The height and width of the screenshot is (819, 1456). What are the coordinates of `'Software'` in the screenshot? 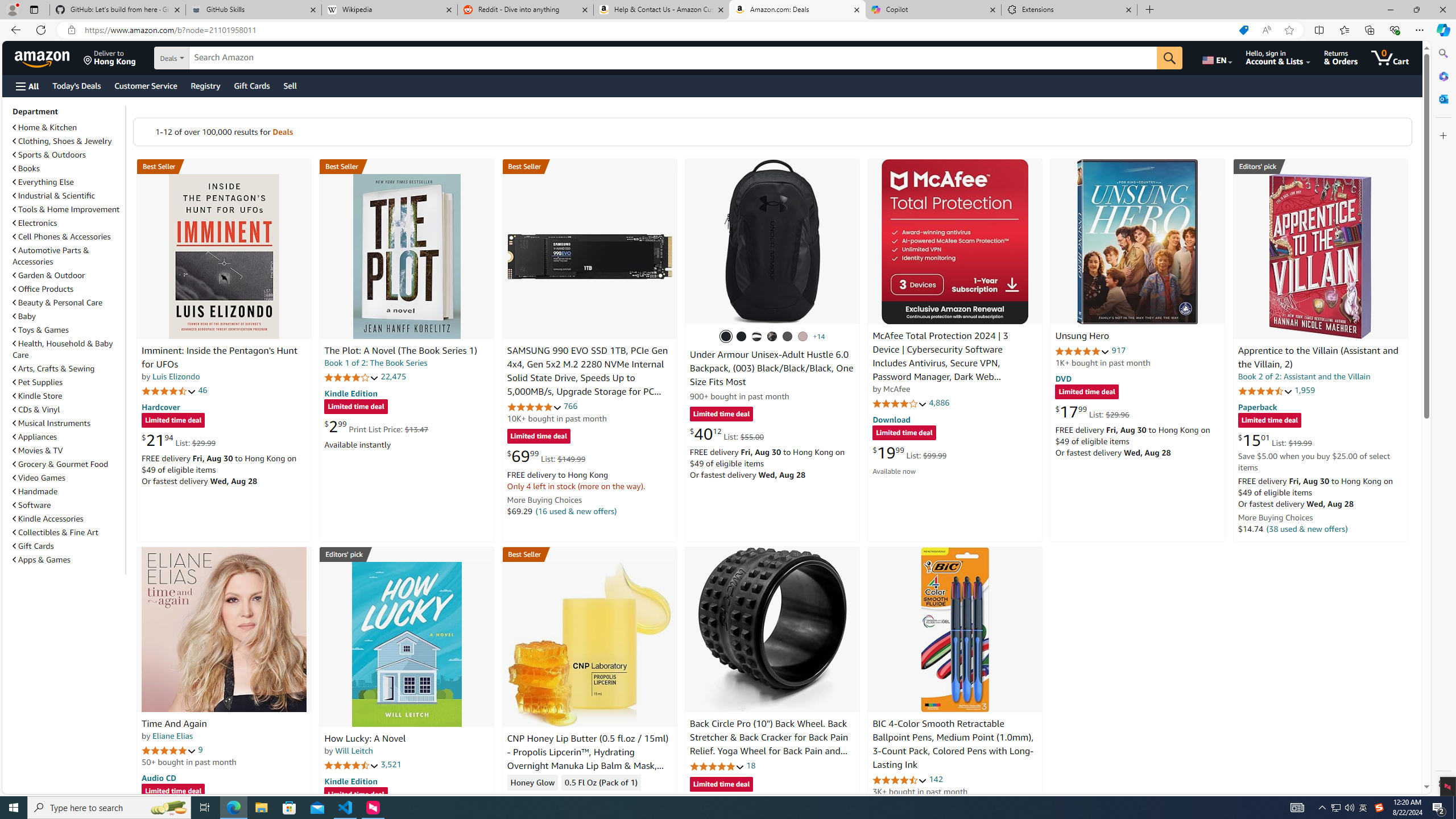 It's located at (67, 505).